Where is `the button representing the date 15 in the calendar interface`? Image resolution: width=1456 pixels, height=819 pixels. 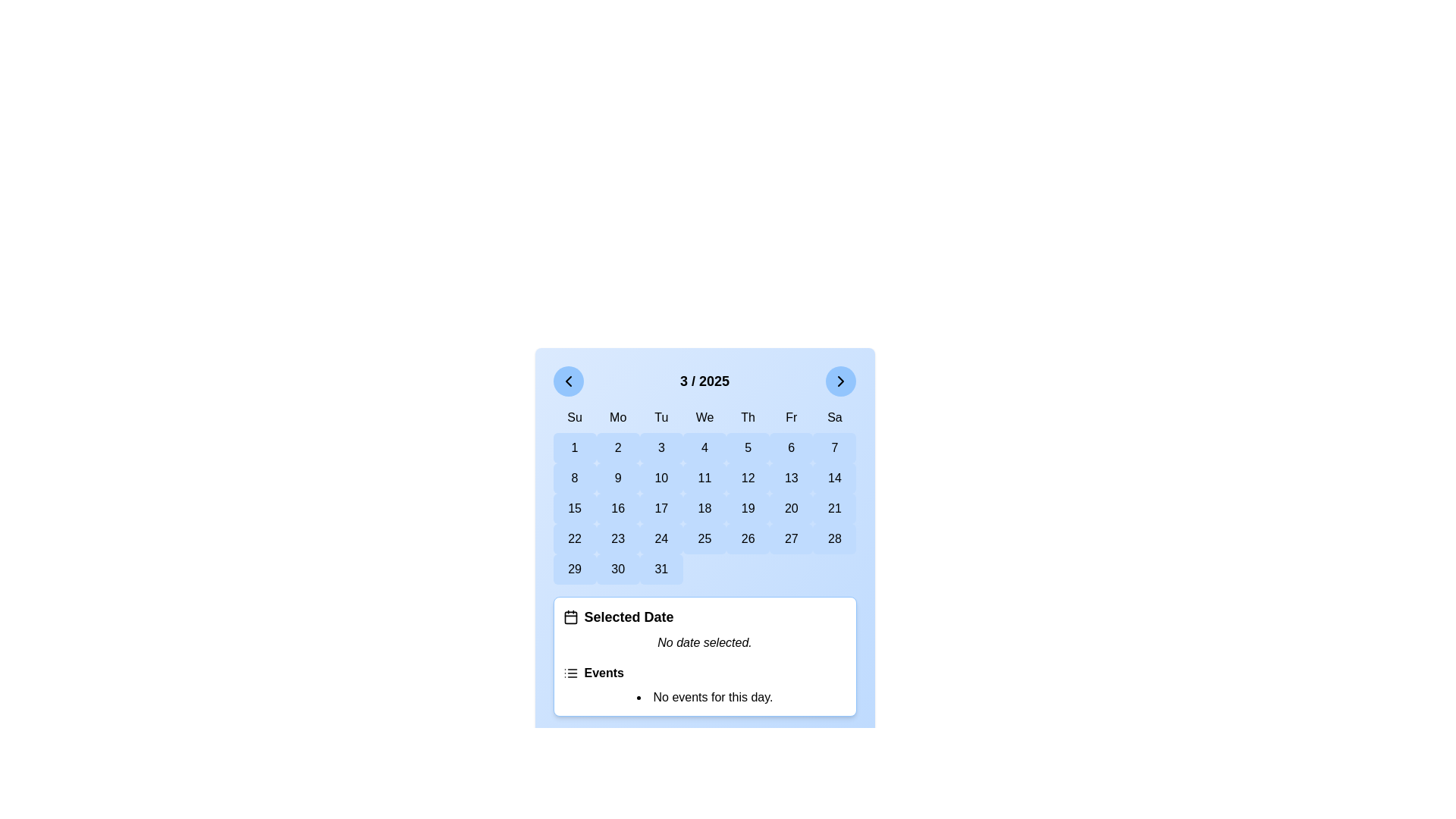
the button representing the date 15 in the calendar interface is located at coordinates (574, 509).